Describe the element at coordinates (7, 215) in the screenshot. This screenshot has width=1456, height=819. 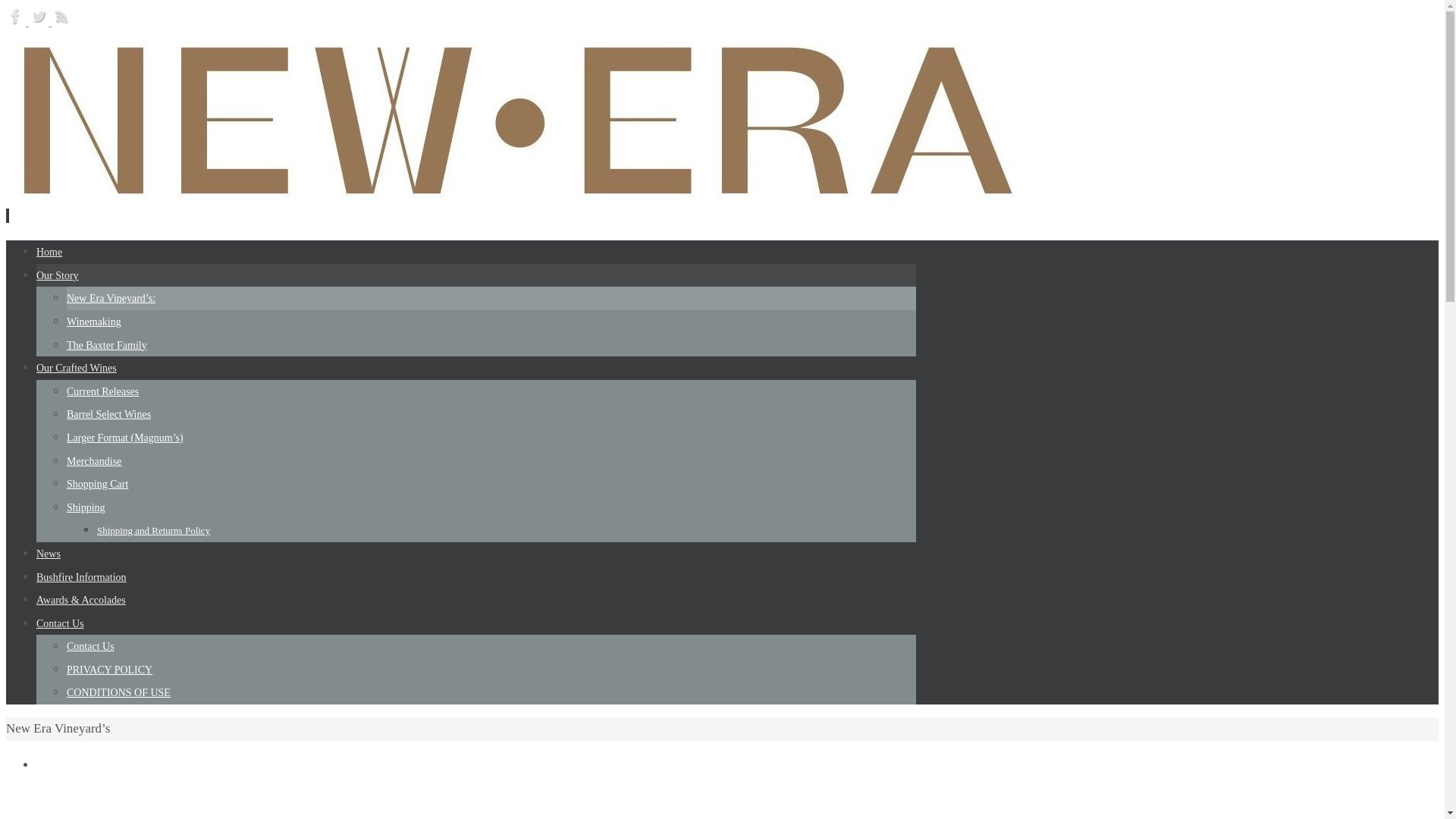
I see `' '` at that location.